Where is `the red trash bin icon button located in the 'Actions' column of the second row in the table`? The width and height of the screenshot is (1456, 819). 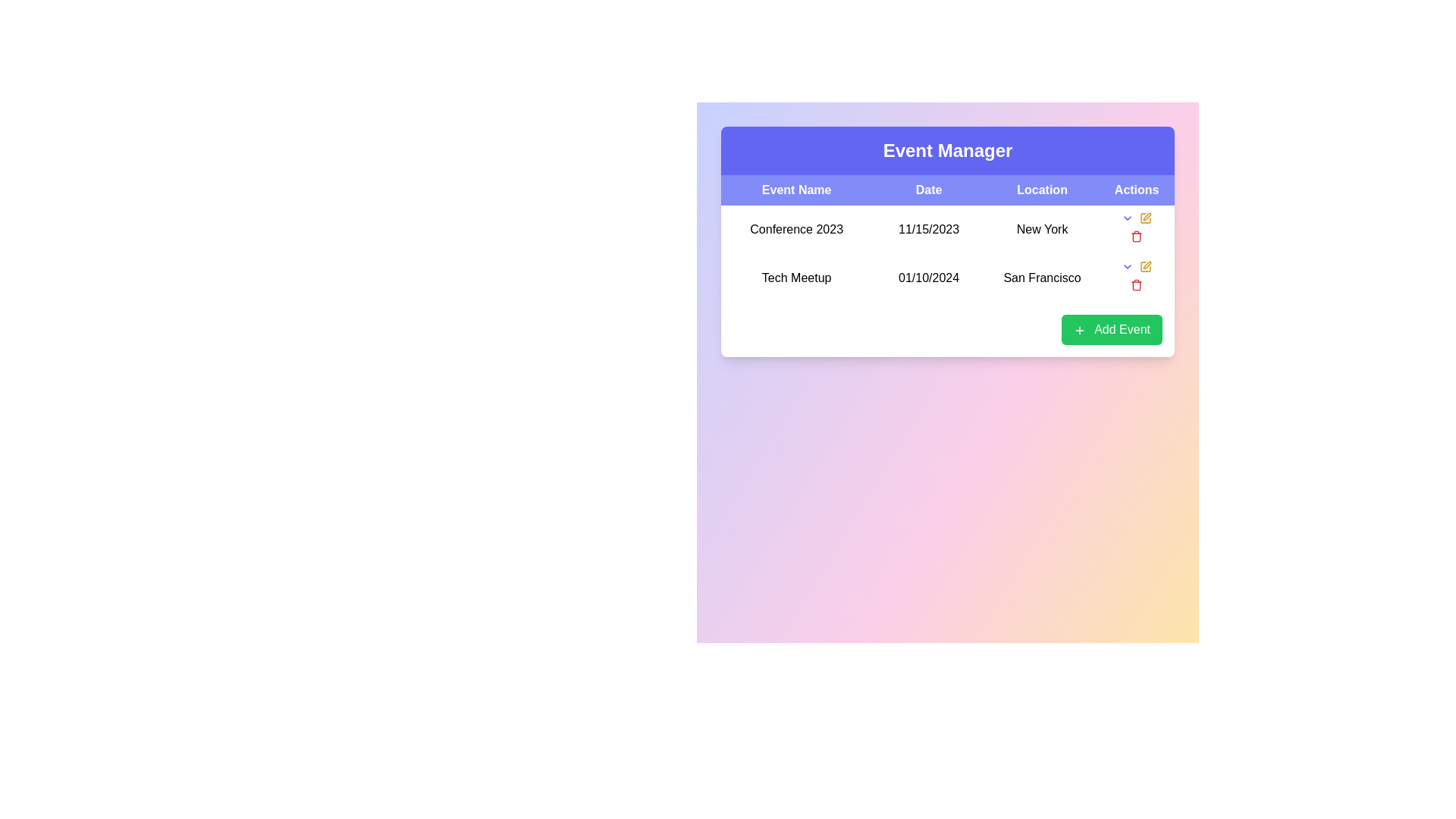
the red trash bin icon button located in the 'Actions' column of the second row in the table is located at coordinates (1136, 284).